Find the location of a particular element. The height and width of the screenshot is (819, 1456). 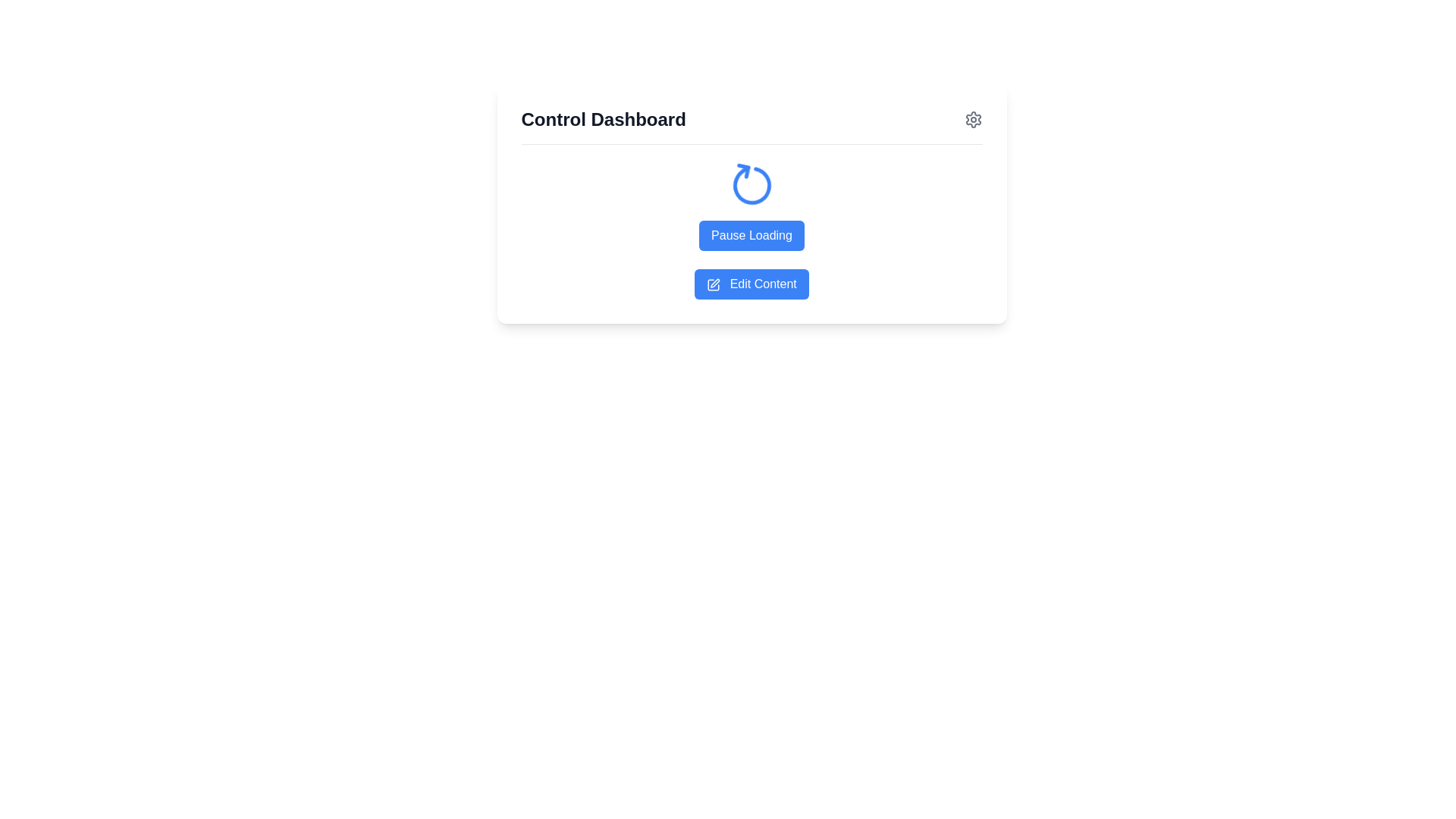

the circular graphic with a blue clockwise arrow, which symbolizes rotation or refresh, located at the top of the vertical stack above the 'Pause Loading' button is located at coordinates (752, 185).